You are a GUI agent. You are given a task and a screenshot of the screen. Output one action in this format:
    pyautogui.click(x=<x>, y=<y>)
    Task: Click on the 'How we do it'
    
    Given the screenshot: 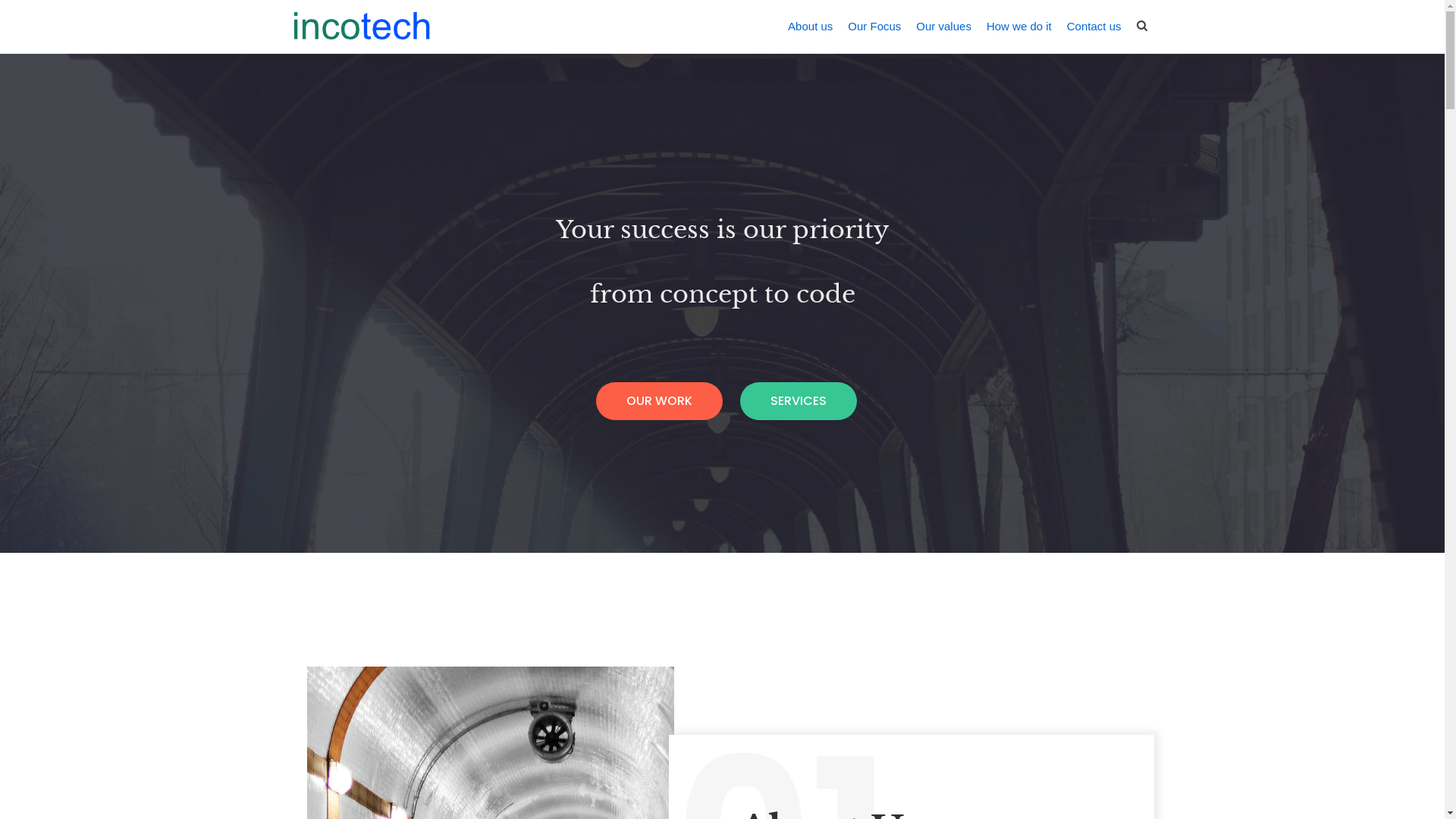 What is the action you would take?
    pyautogui.click(x=1019, y=26)
    